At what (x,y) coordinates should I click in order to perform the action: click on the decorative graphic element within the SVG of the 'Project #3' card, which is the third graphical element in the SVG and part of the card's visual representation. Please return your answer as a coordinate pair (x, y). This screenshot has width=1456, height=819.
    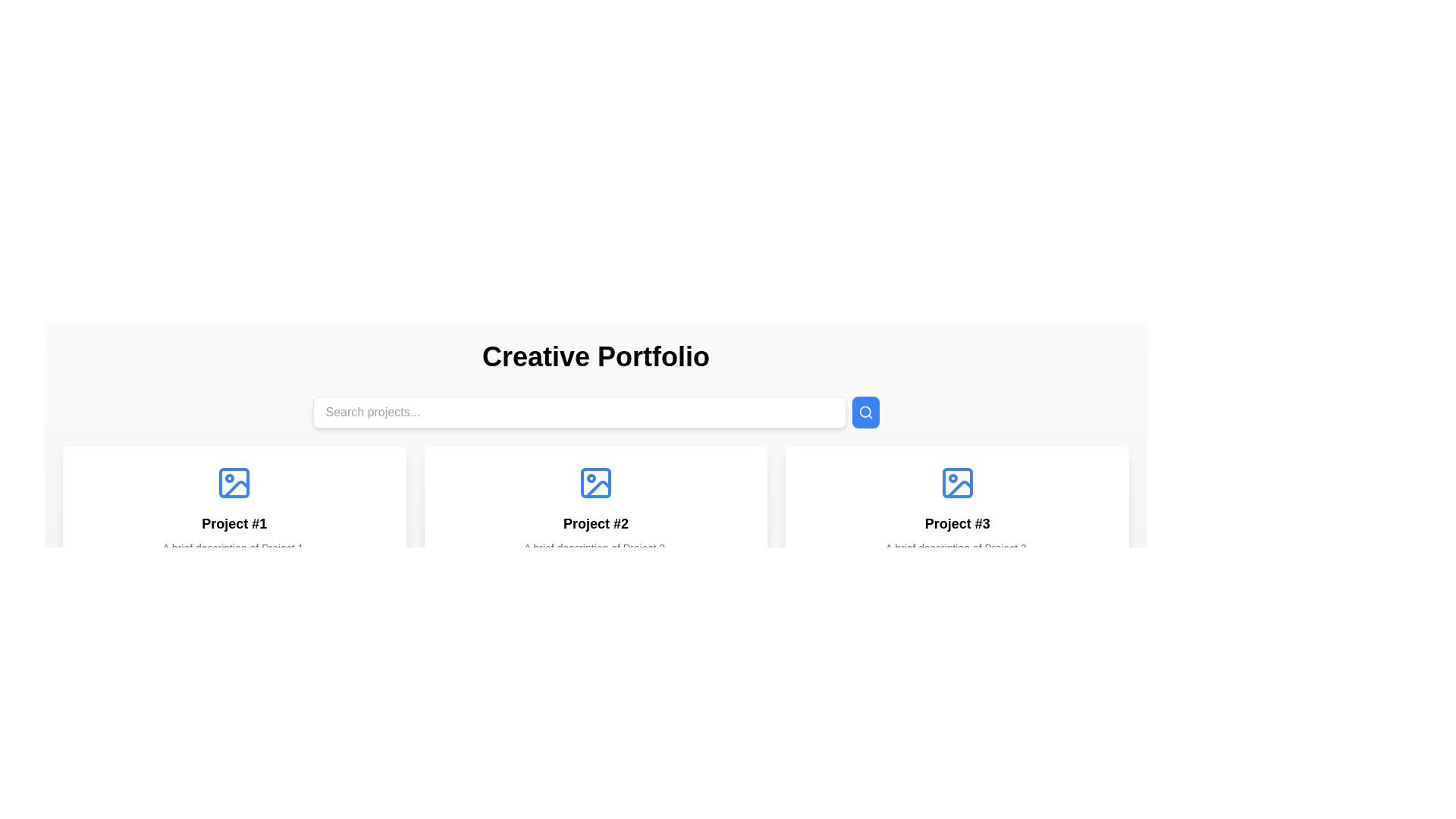
    Looking at the image, I should click on (959, 489).